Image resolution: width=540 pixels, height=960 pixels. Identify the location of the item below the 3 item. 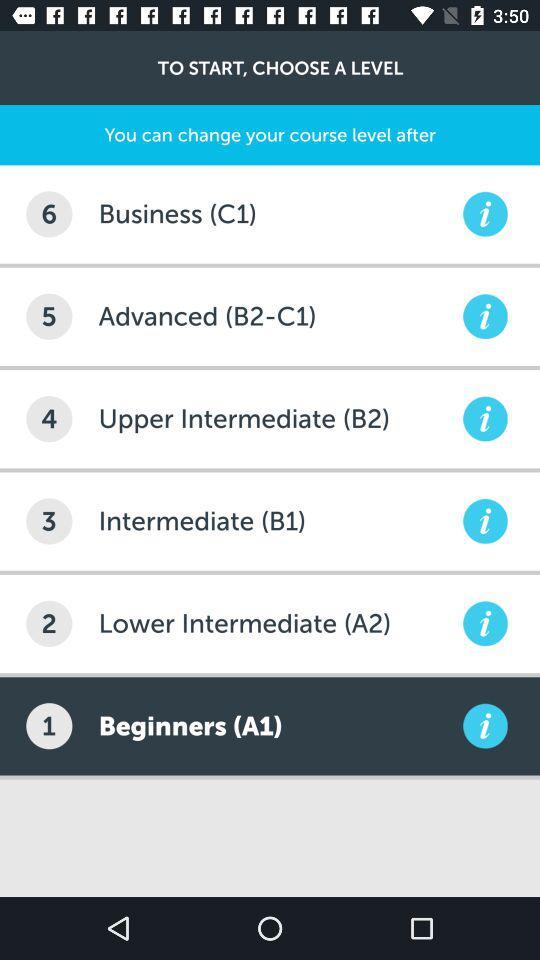
(49, 622).